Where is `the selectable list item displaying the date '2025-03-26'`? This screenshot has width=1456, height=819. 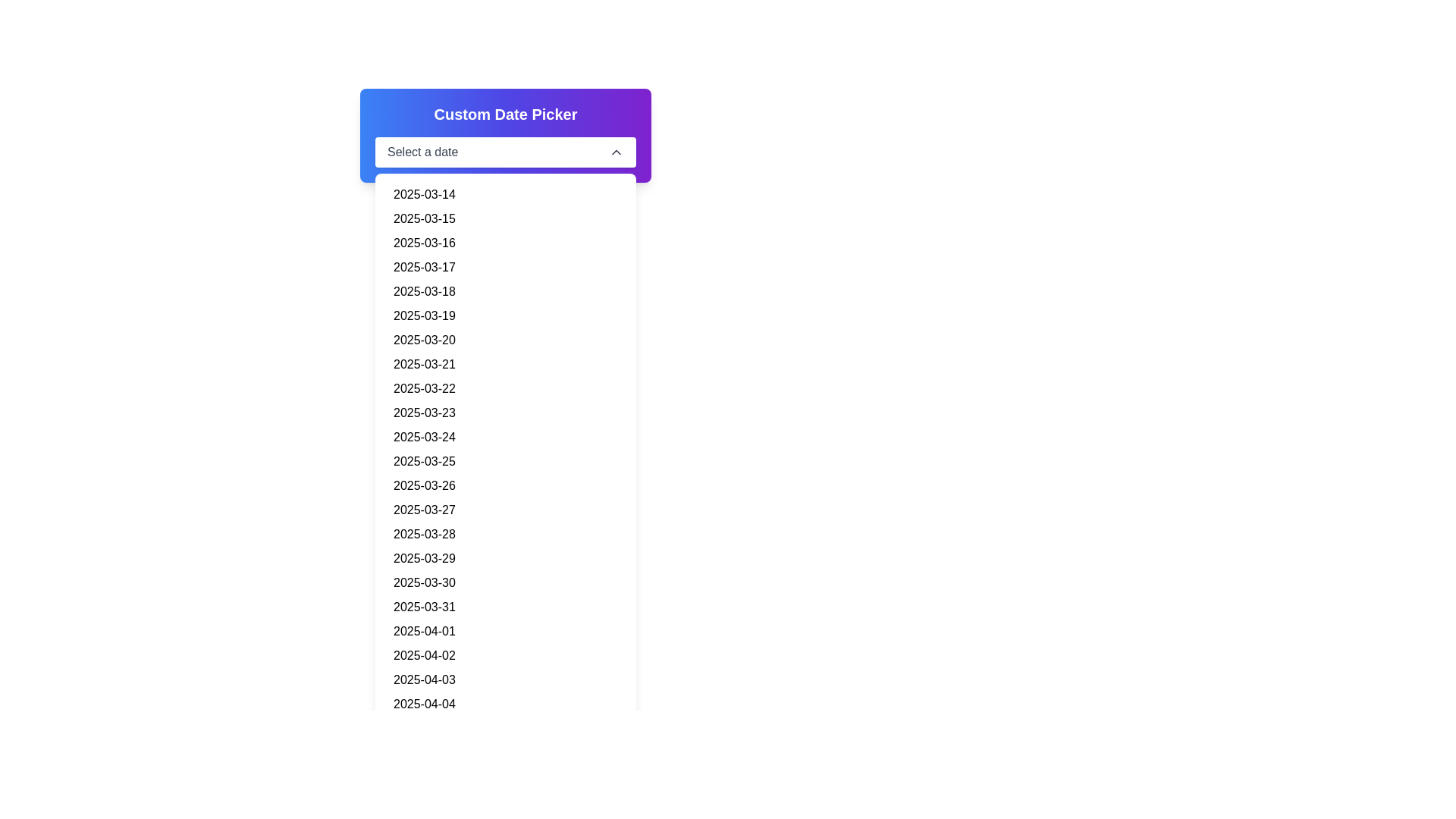
the selectable list item displaying the date '2025-03-26' is located at coordinates (506, 485).